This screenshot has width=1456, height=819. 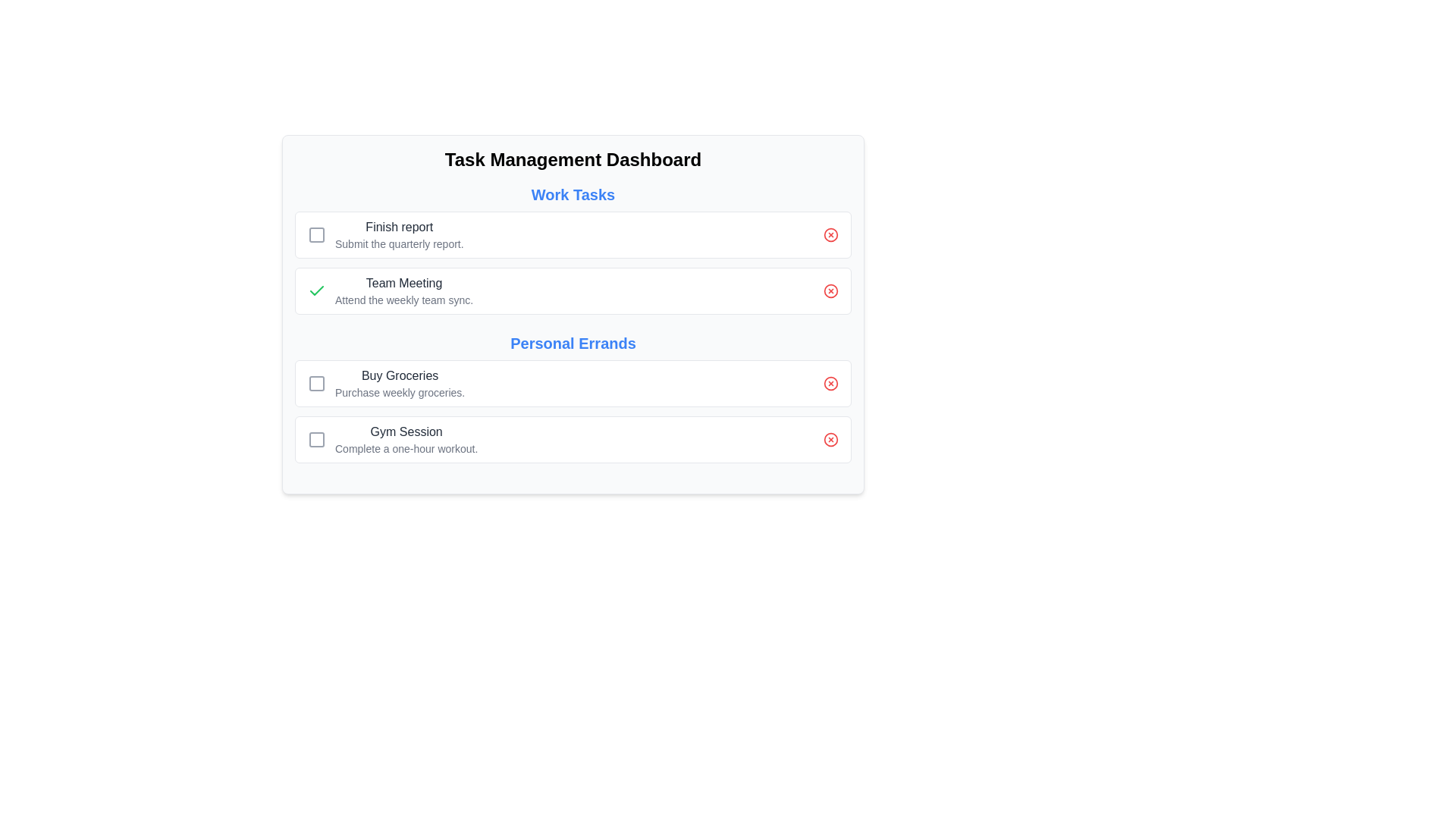 What do you see at coordinates (406, 447) in the screenshot?
I see `the Text label that provides supplementary detail for the 'Gym Session' task, located below the larger 'Gym Session' text in the 'Personal Errands' section` at bounding box center [406, 447].